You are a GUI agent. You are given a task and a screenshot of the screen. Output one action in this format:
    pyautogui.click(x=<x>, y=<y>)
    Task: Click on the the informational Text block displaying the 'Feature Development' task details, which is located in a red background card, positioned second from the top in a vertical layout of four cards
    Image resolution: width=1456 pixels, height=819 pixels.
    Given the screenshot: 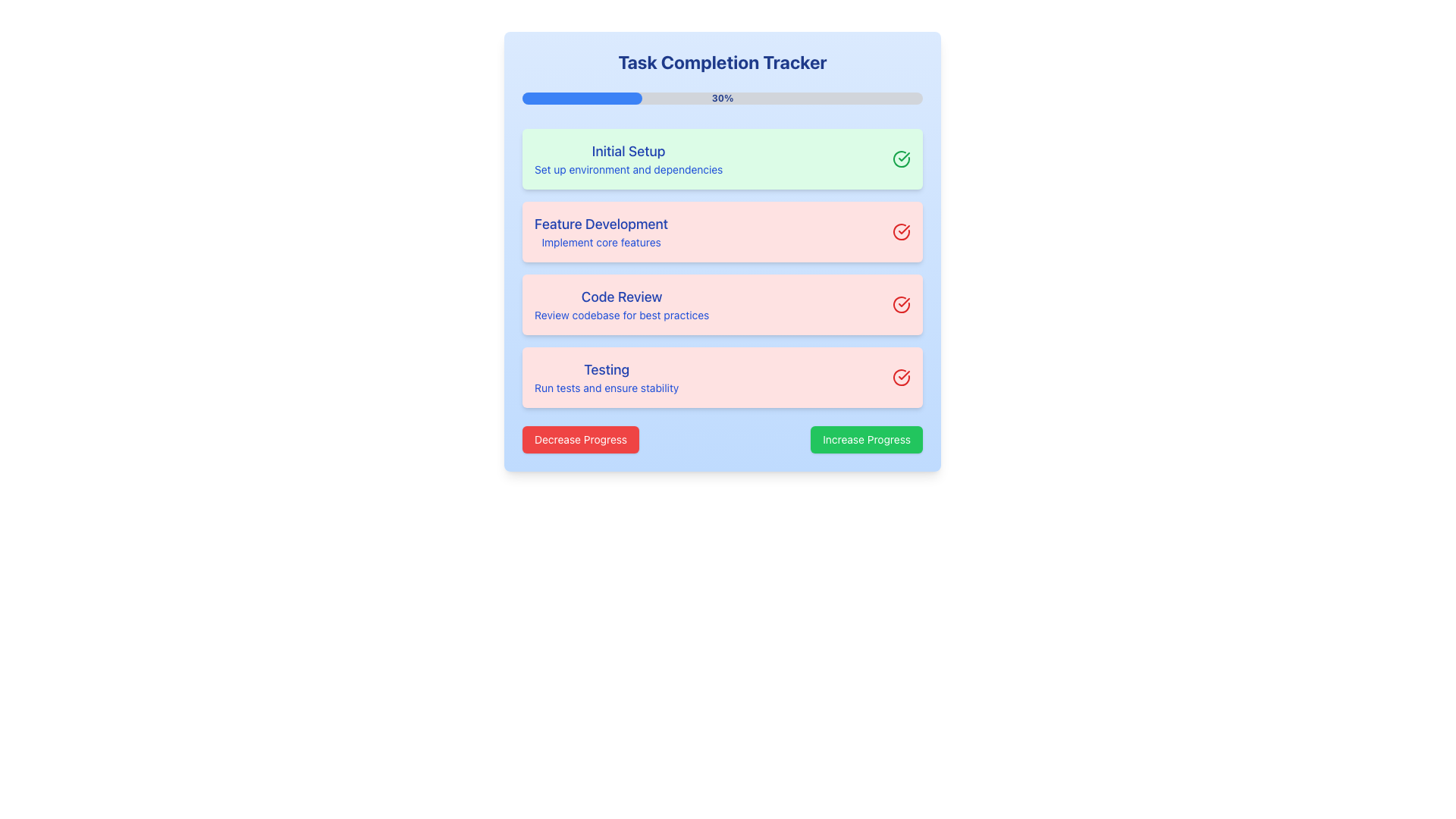 What is the action you would take?
    pyautogui.click(x=601, y=231)
    